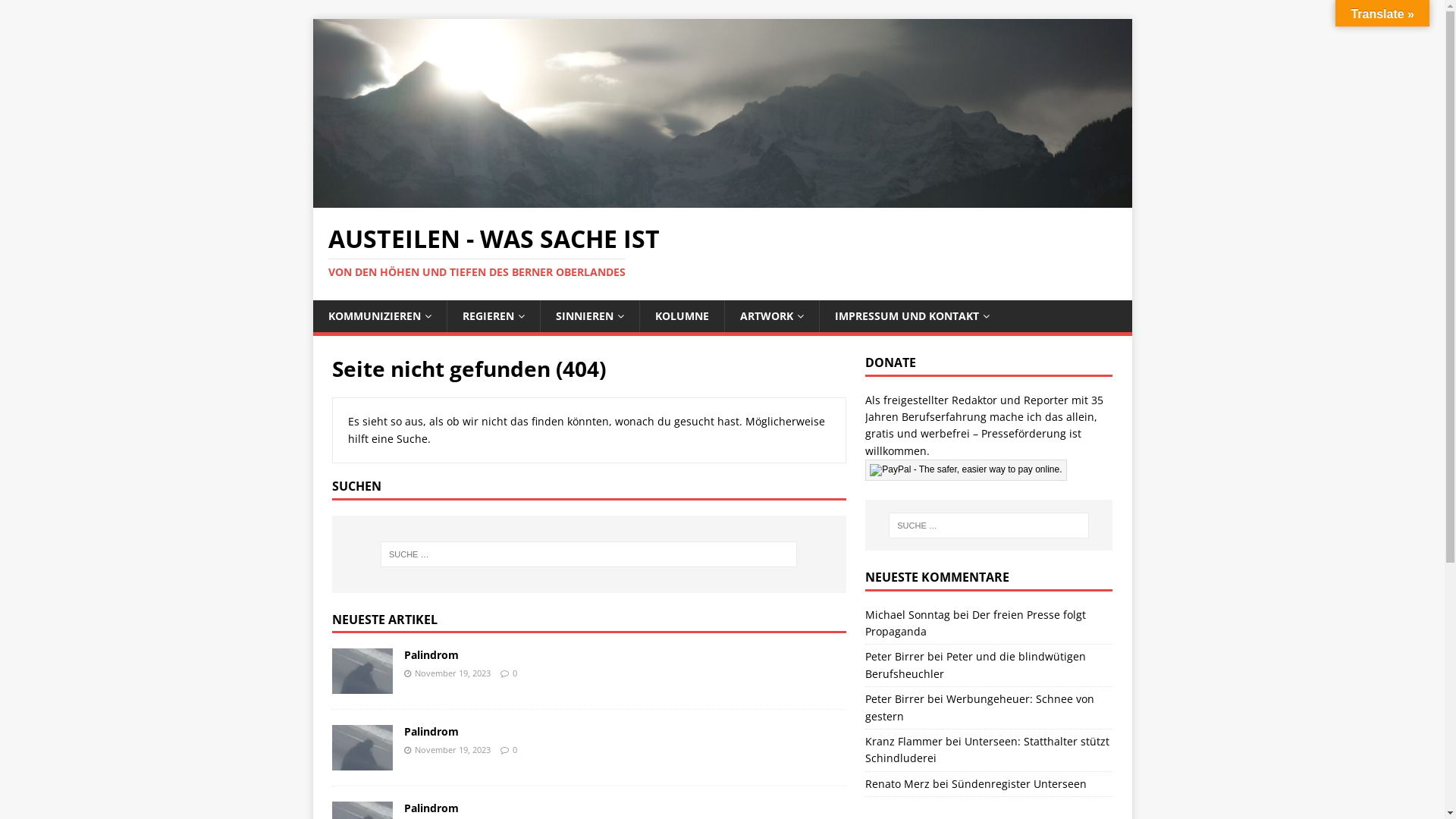  I want to click on 'REGIEREN', so click(492, 315).